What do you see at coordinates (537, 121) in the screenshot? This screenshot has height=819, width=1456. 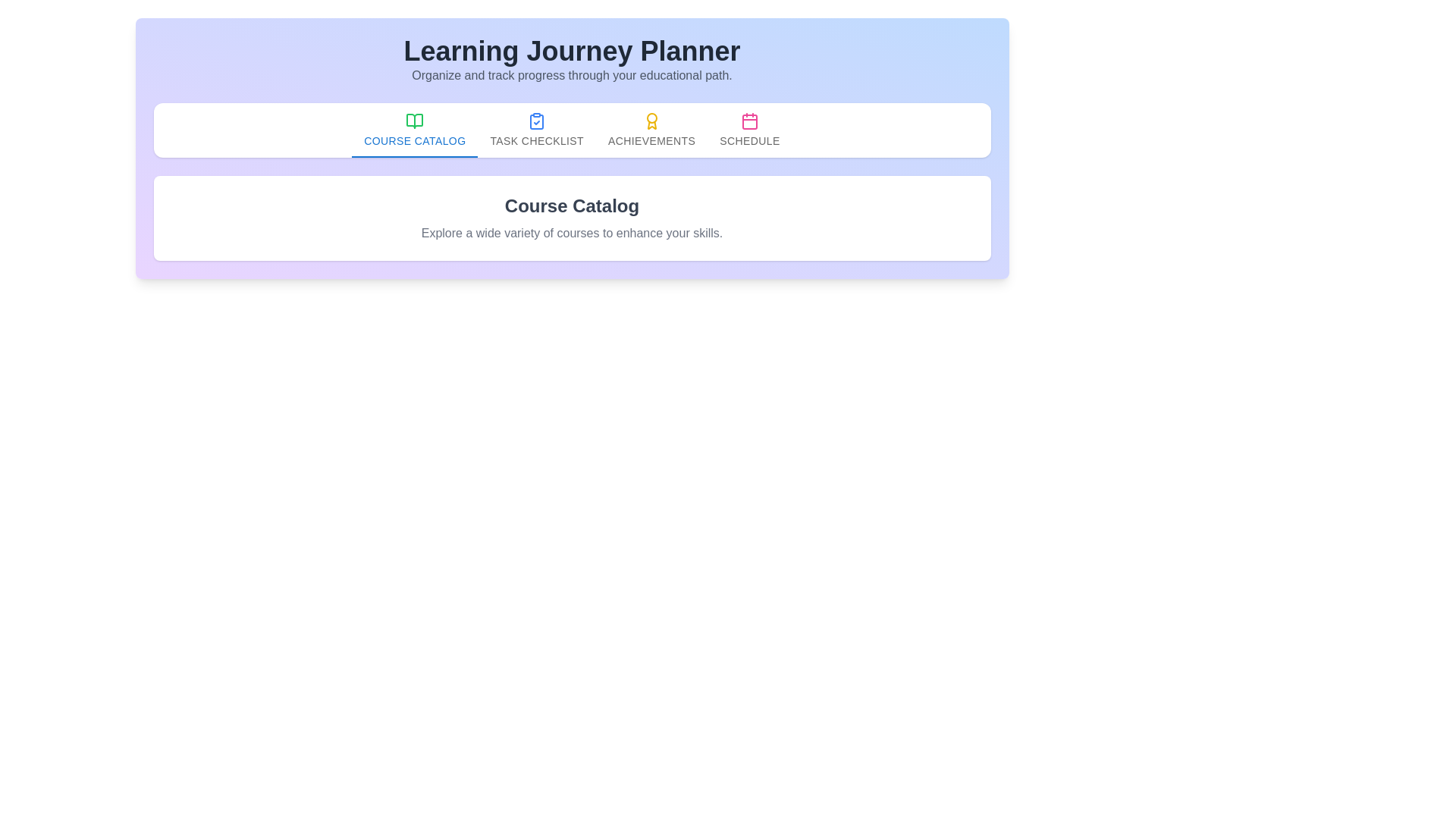 I see `the clipboard icon representing the 'Task Checklist' tab in the navigation area` at bounding box center [537, 121].